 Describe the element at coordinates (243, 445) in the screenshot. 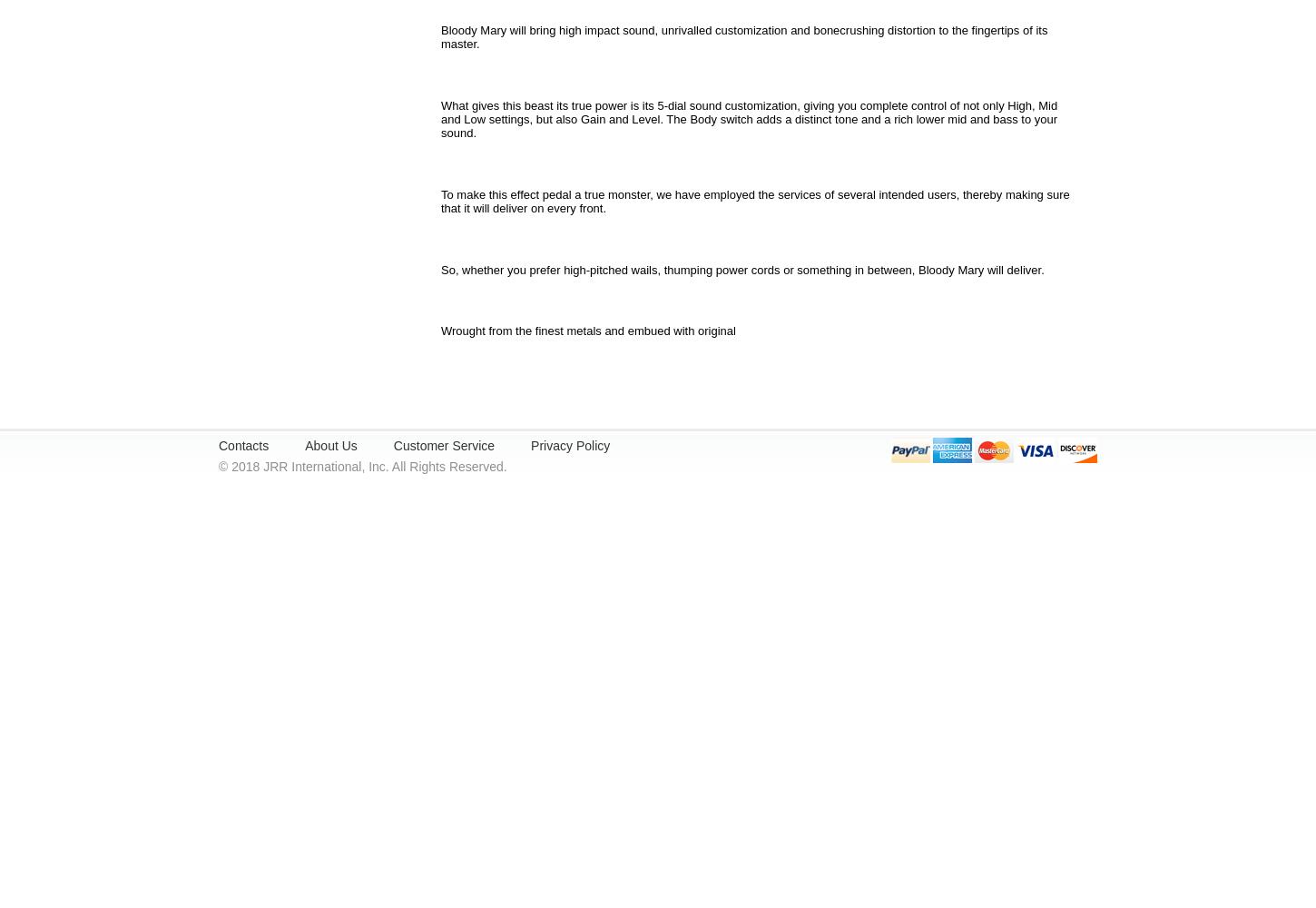

I see `'Contacts'` at that location.